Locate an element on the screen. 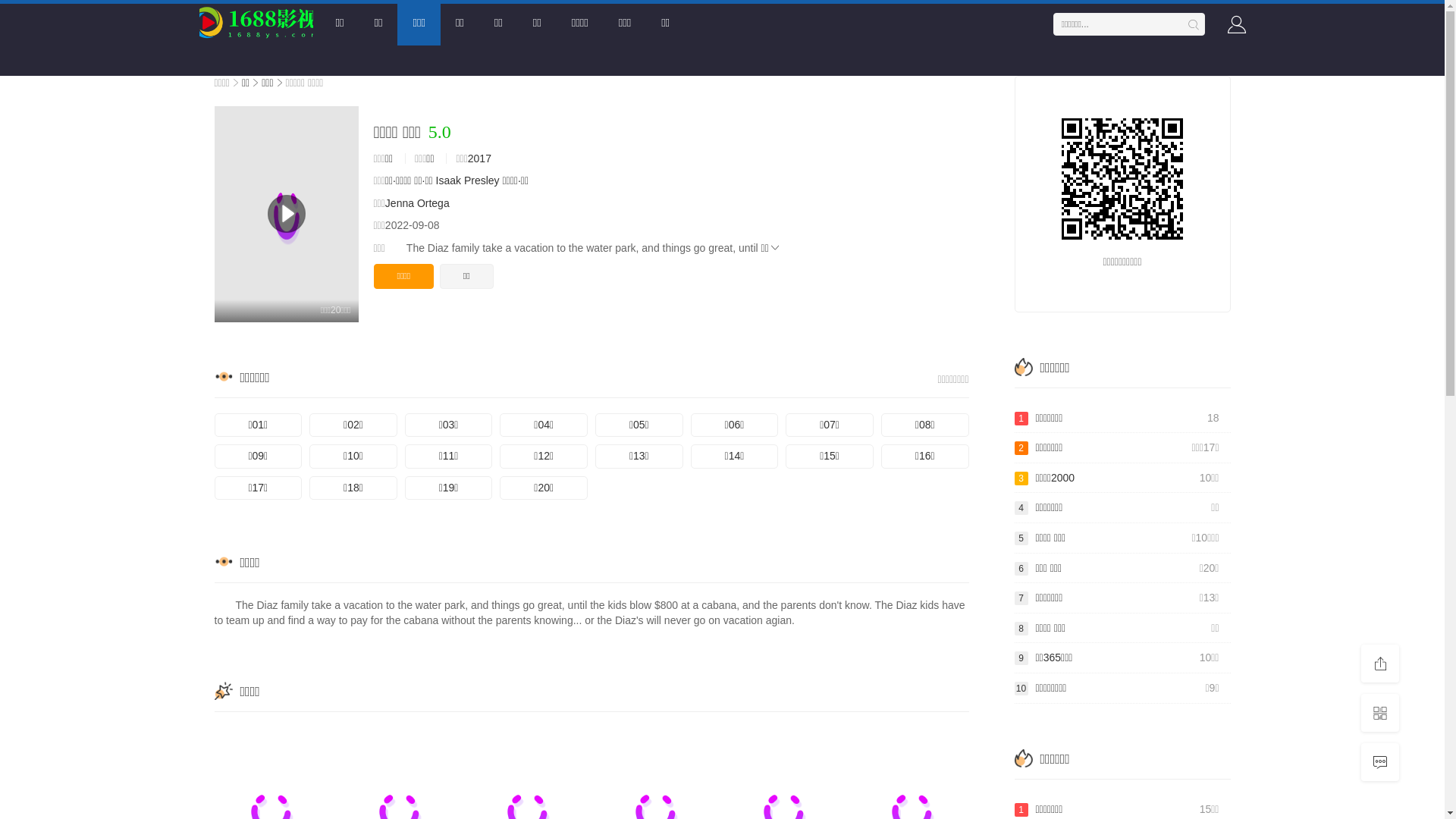  'Jenna' is located at coordinates (385, 202).